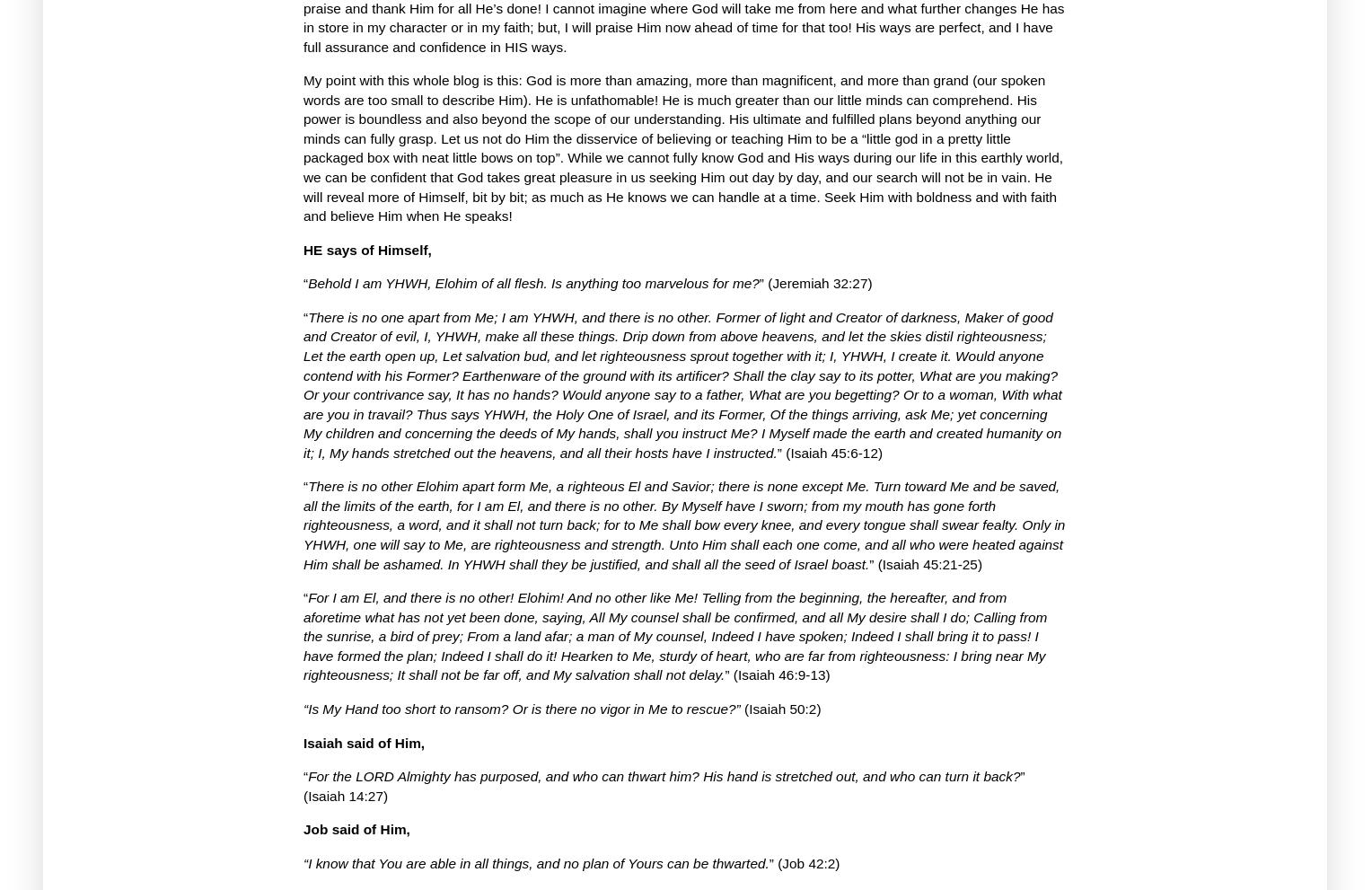 This screenshot has height=890, width=1372. What do you see at coordinates (559, 654) in the screenshot?
I see `'Hearken to Me, sturdy of heart, who are far from righteousness:'` at bounding box center [559, 654].